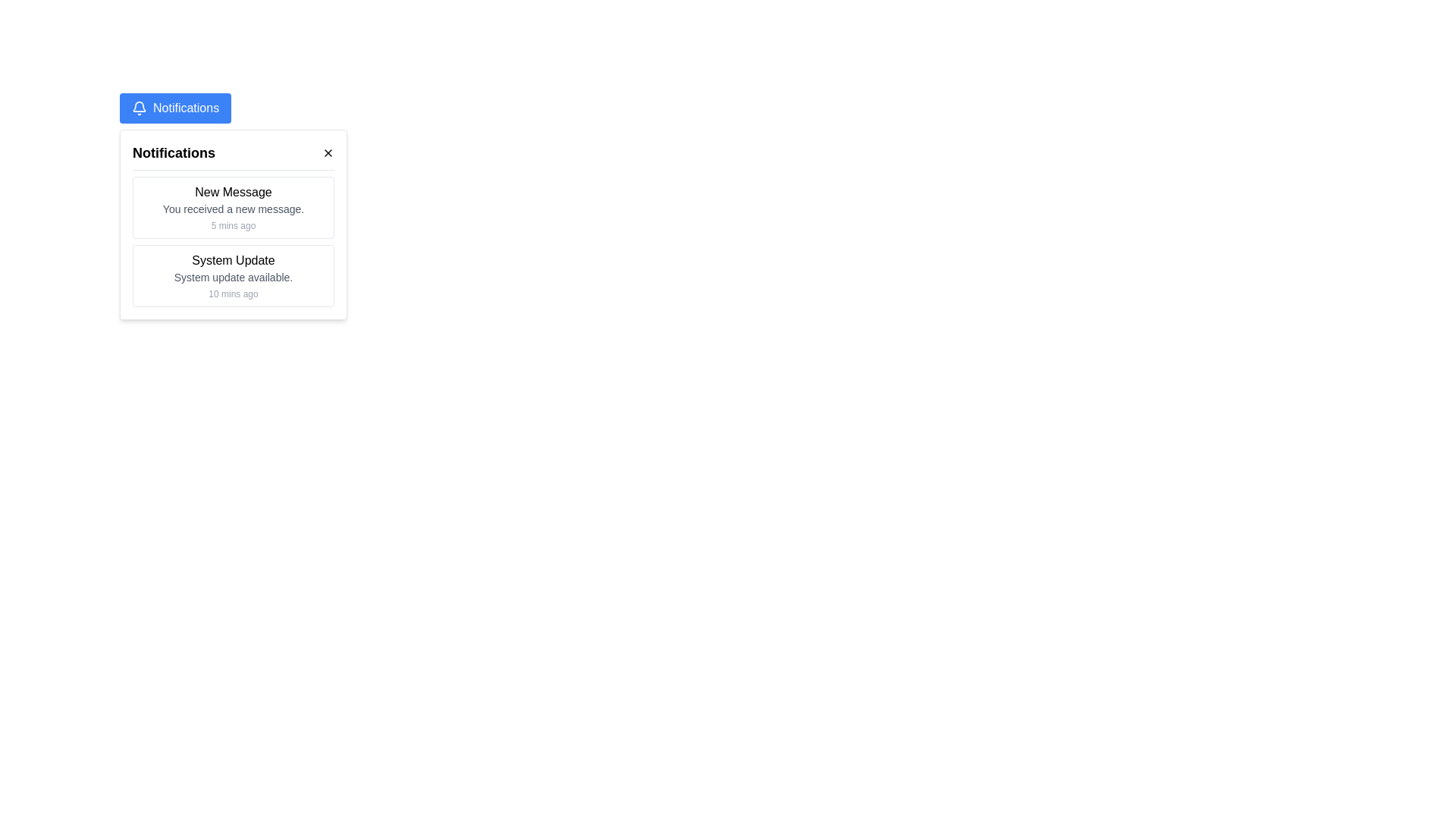  What do you see at coordinates (185, 107) in the screenshot?
I see `the Text Label next to the bell icon on the blue button` at bounding box center [185, 107].